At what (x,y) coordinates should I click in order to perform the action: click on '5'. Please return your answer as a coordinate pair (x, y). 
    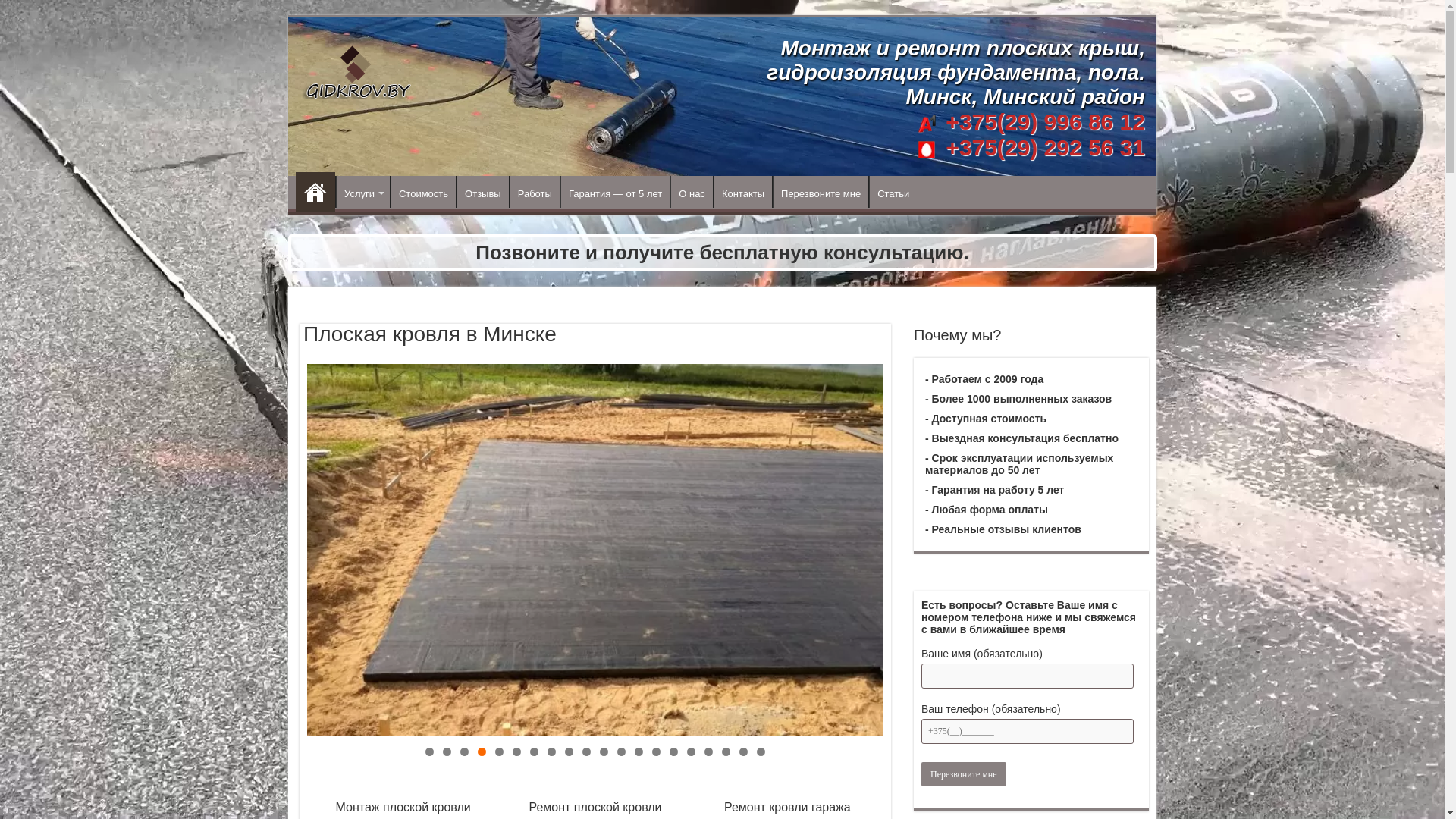
    Looking at the image, I should click on (499, 752).